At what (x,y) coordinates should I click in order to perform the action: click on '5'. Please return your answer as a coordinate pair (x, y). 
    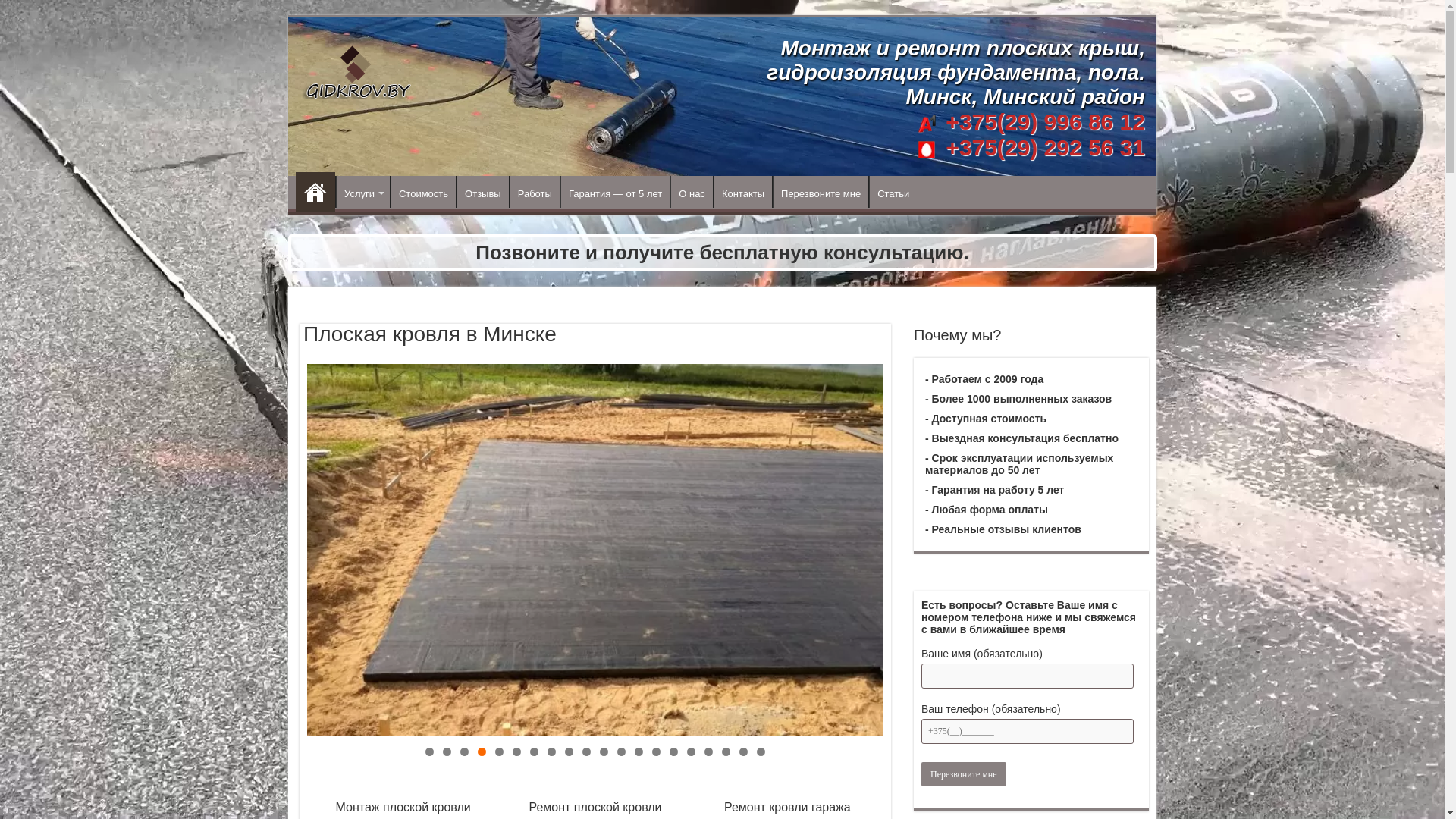
    Looking at the image, I should click on (499, 752).